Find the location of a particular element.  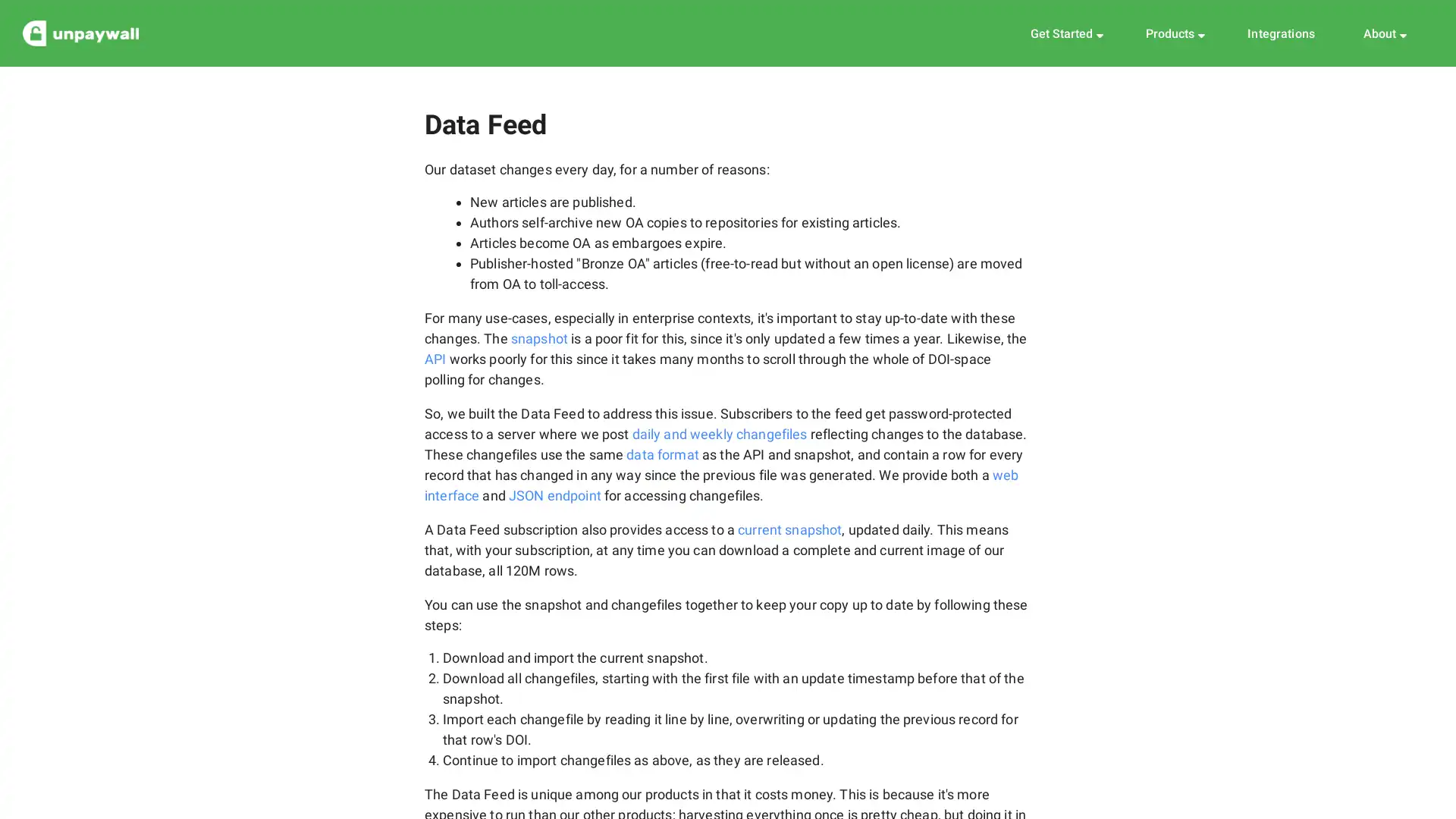

About is located at coordinates (1384, 33).